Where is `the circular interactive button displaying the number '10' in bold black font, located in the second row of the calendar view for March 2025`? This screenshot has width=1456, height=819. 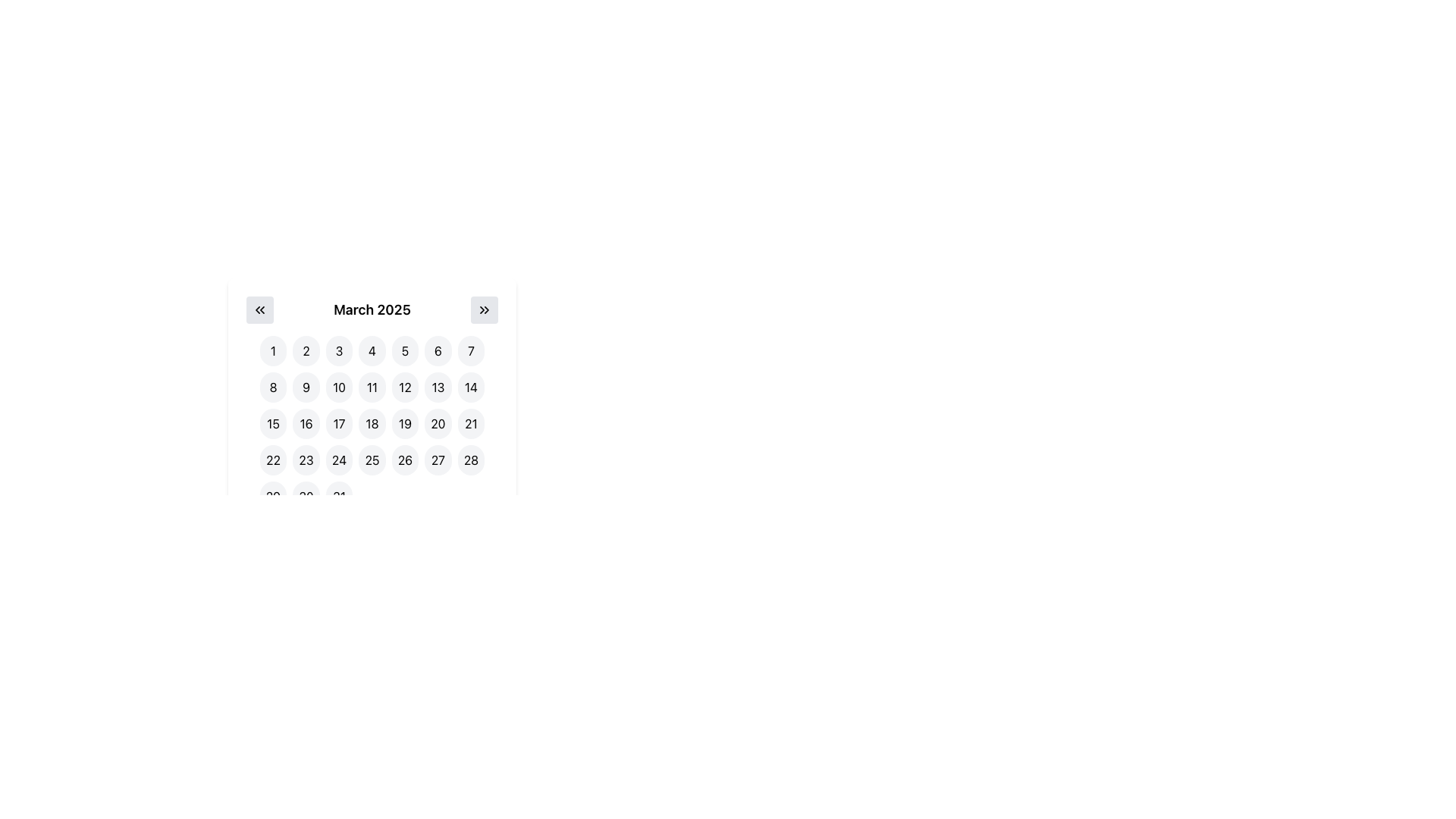 the circular interactive button displaying the number '10' in bold black font, located in the second row of the calendar view for March 2025 is located at coordinates (338, 386).